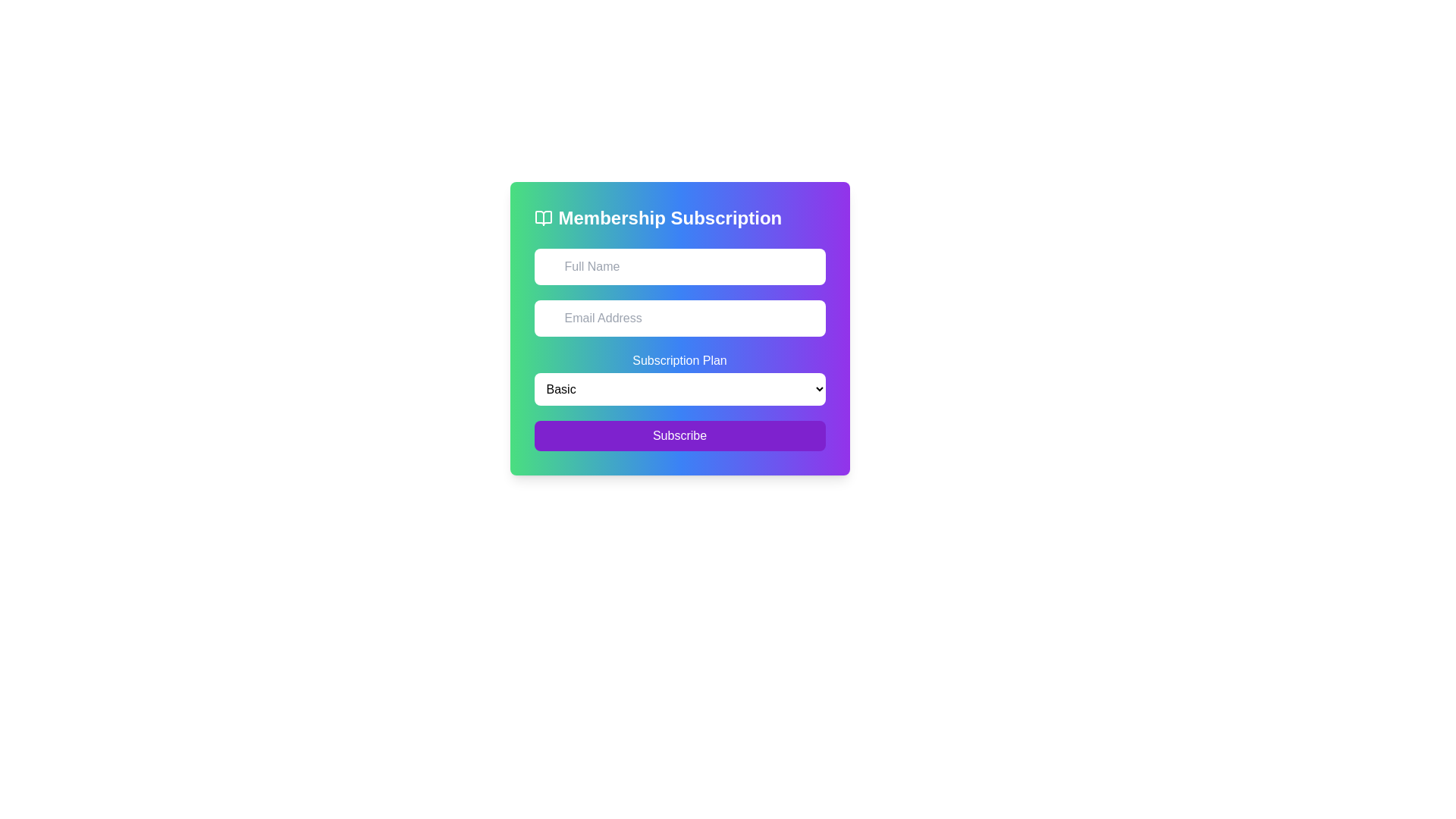  Describe the element at coordinates (679, 435) in the screenshot. I see `the 'Subscribe' button with a vivid purple background` at that location.